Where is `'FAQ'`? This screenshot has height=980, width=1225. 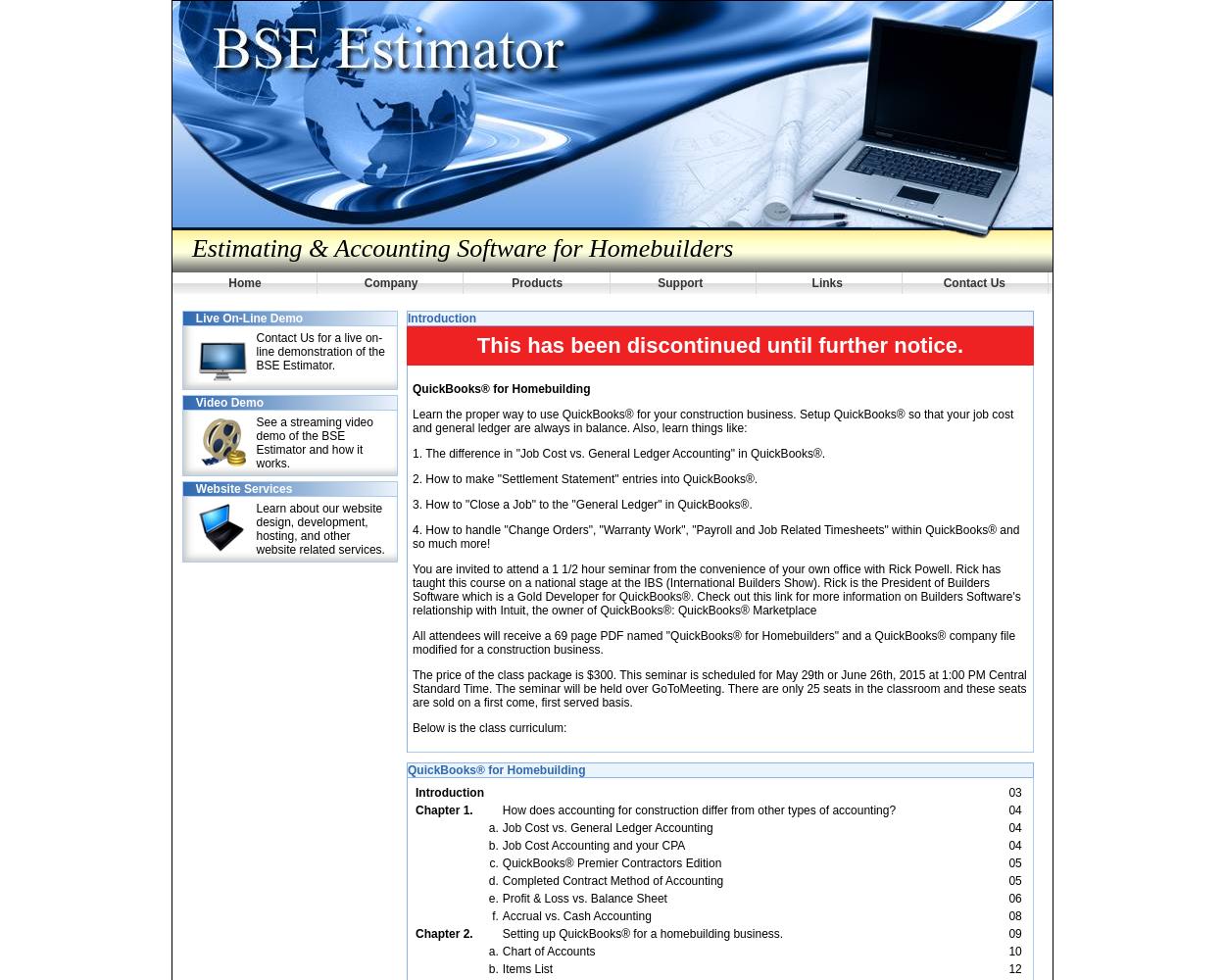
'FAQ' is located at coordinates (248, 57).